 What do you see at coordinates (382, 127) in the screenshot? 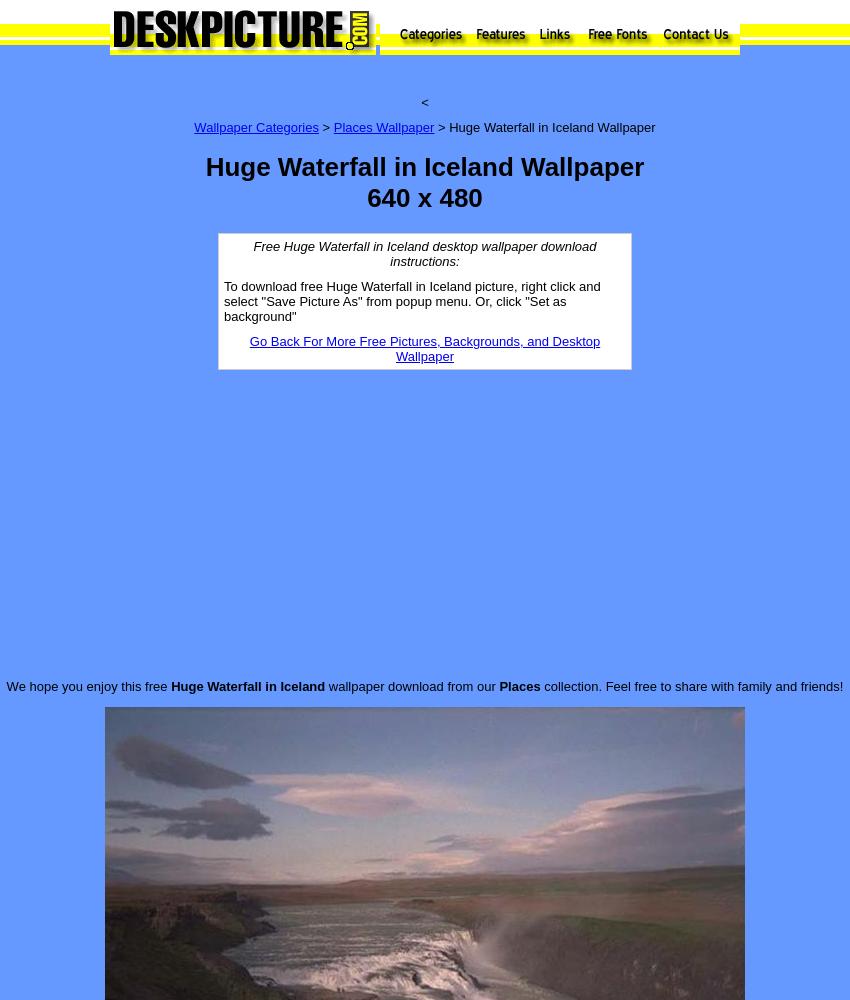
I see `'Places Wallpaper'` at bounding box center [382, 127].